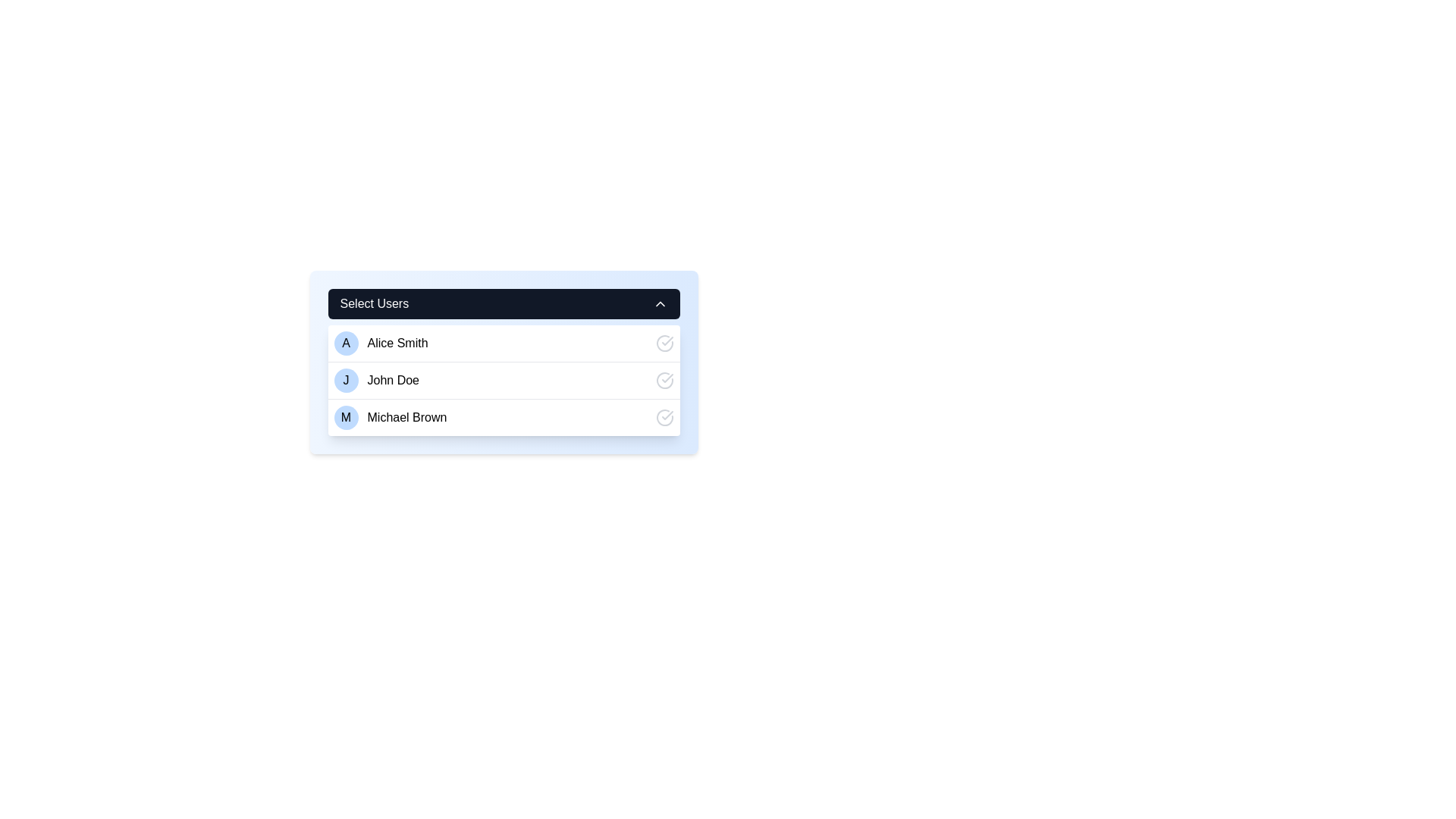 The width and height of the screenshot is (1456, 819). Describe the element at coordinates (660, 304) in the screenshot. I see `the upwards-pointing chevron icon on the right side of the 'Select Users' dark blue bar` at that location.